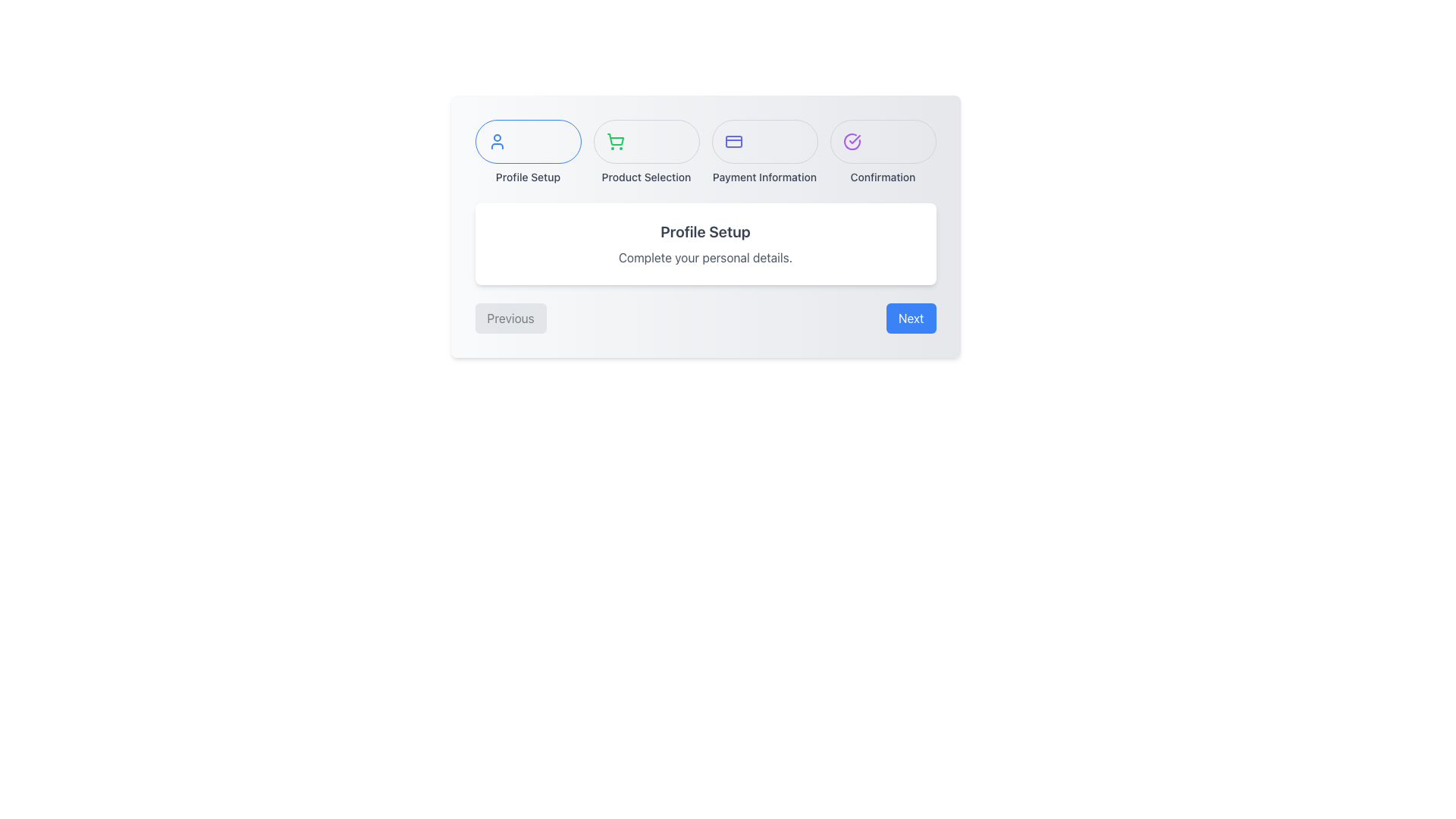 The image size is (1456, 819). What do you see at coordinates (497, 141) in the screenshot?
I see `the user profile icon, which is a blue minimalistic representation of a head and shoulders, located next to the 'Profile Setup' label` at bounding box center [497, 141].